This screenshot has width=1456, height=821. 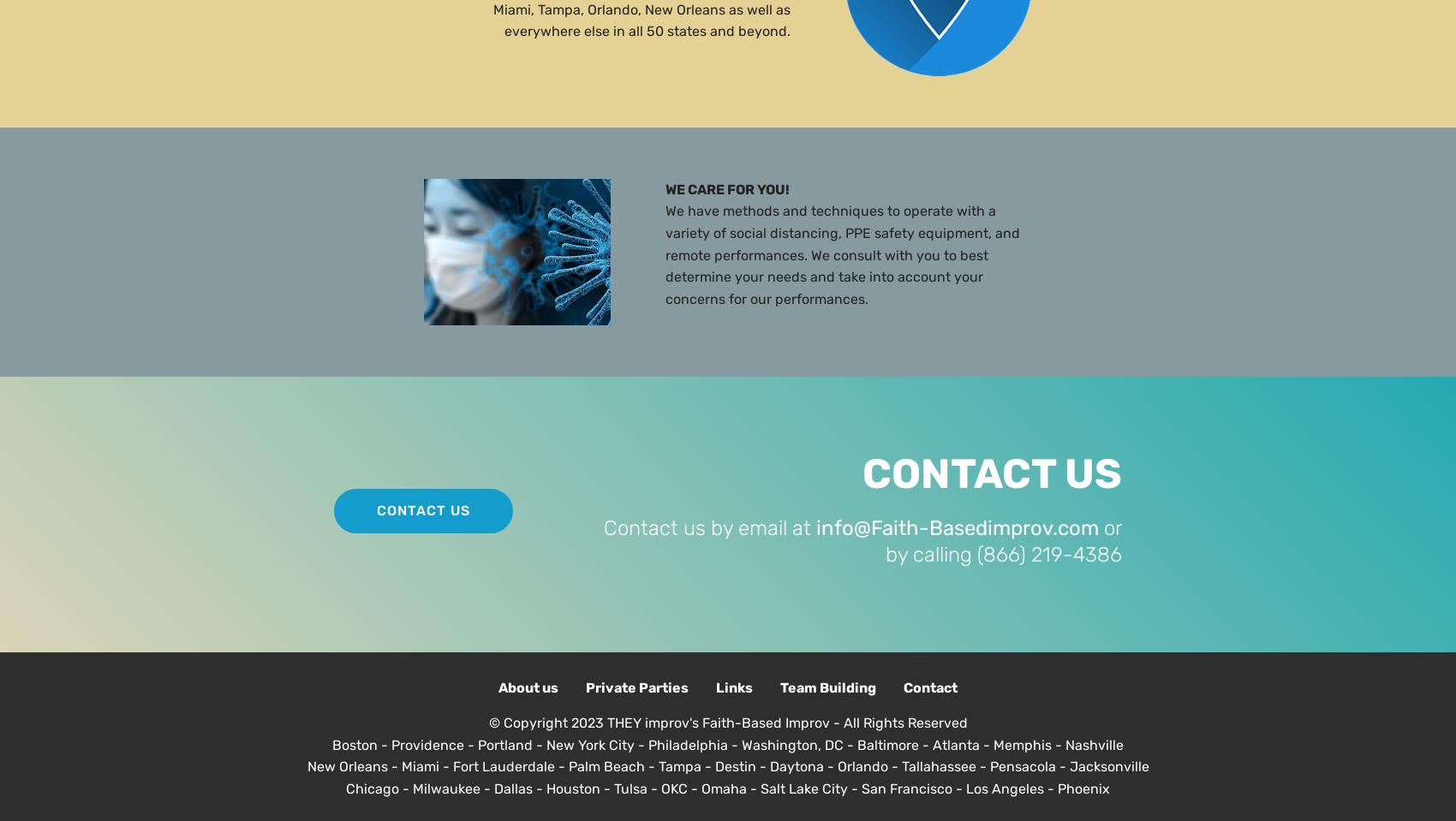 What do you see at coordinates (586, 687) in the screenshot?
I see `'Private Parties'` at bounding box center [586, 687].